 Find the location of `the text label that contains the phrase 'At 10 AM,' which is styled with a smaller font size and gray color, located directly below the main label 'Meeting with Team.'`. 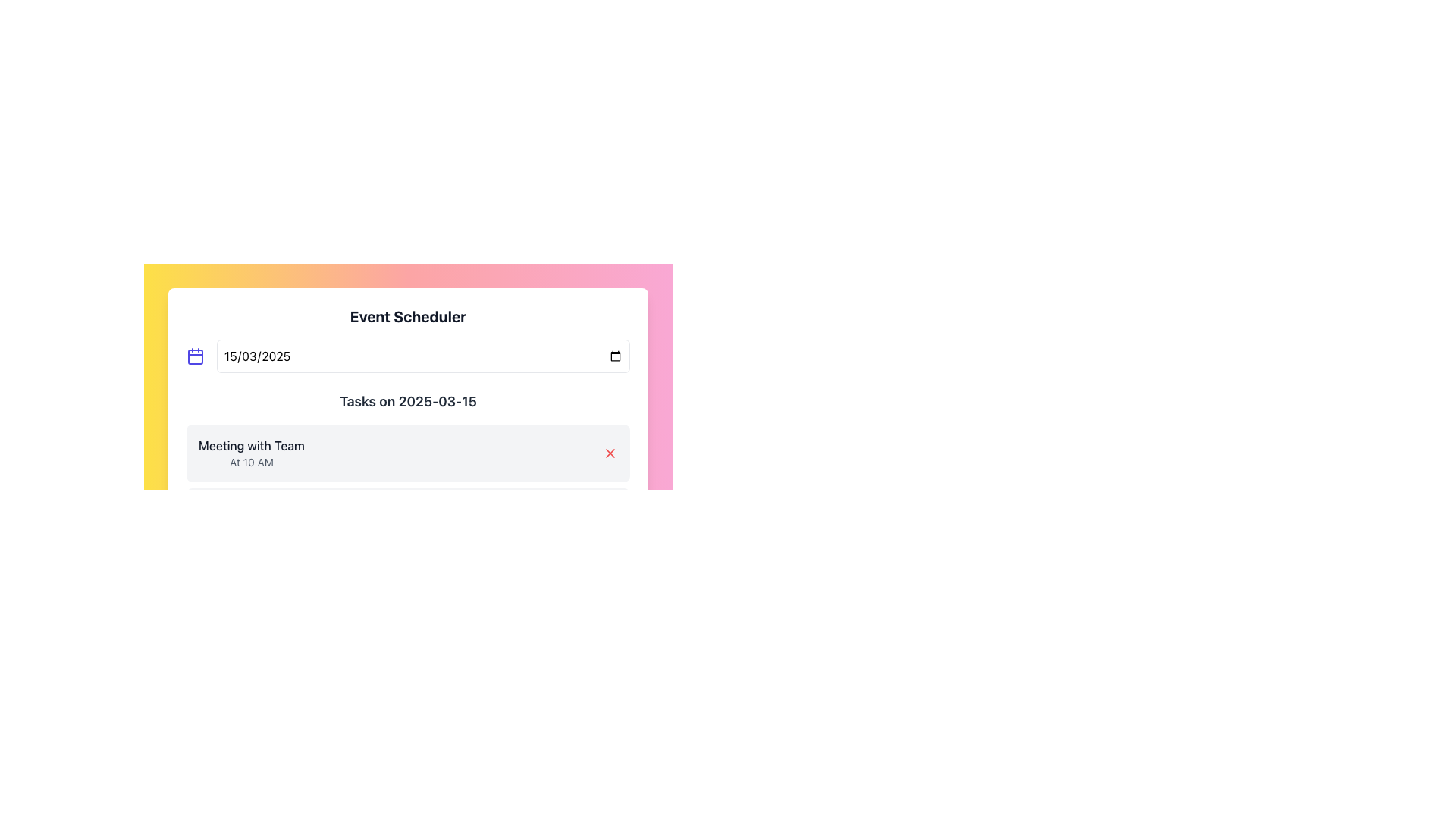

the text label that contains the phrase 'At 10 AM,' which is styled with a smaller font size and gray color, located directly below the main label 'Meeting with Team.' is located at coordinates (251, 461).